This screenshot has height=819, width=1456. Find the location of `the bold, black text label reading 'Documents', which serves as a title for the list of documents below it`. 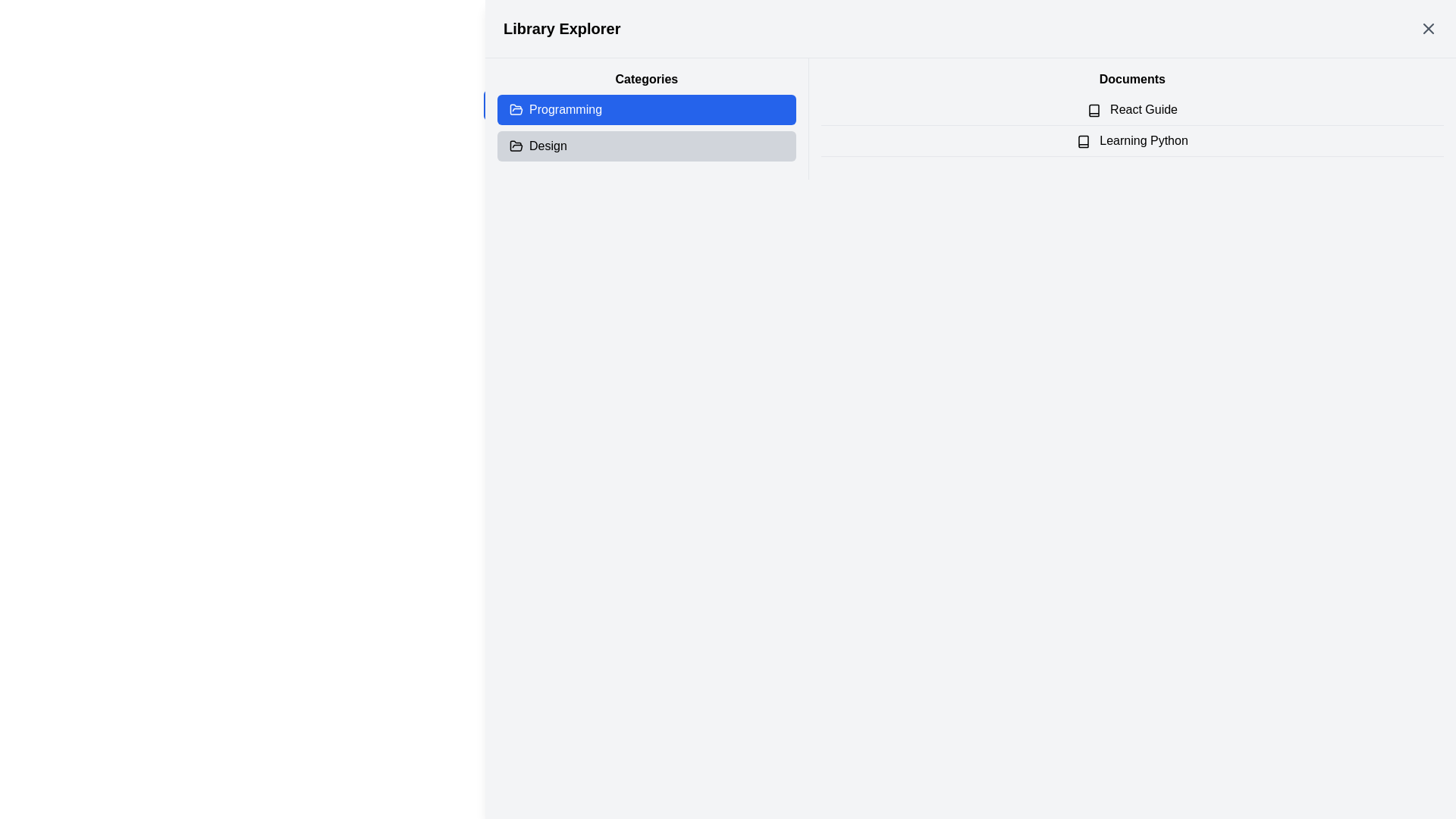

the bold, black text label reading 'Documents', which serves as a title for the list of documents below it is located at coordinates (1132, 79).